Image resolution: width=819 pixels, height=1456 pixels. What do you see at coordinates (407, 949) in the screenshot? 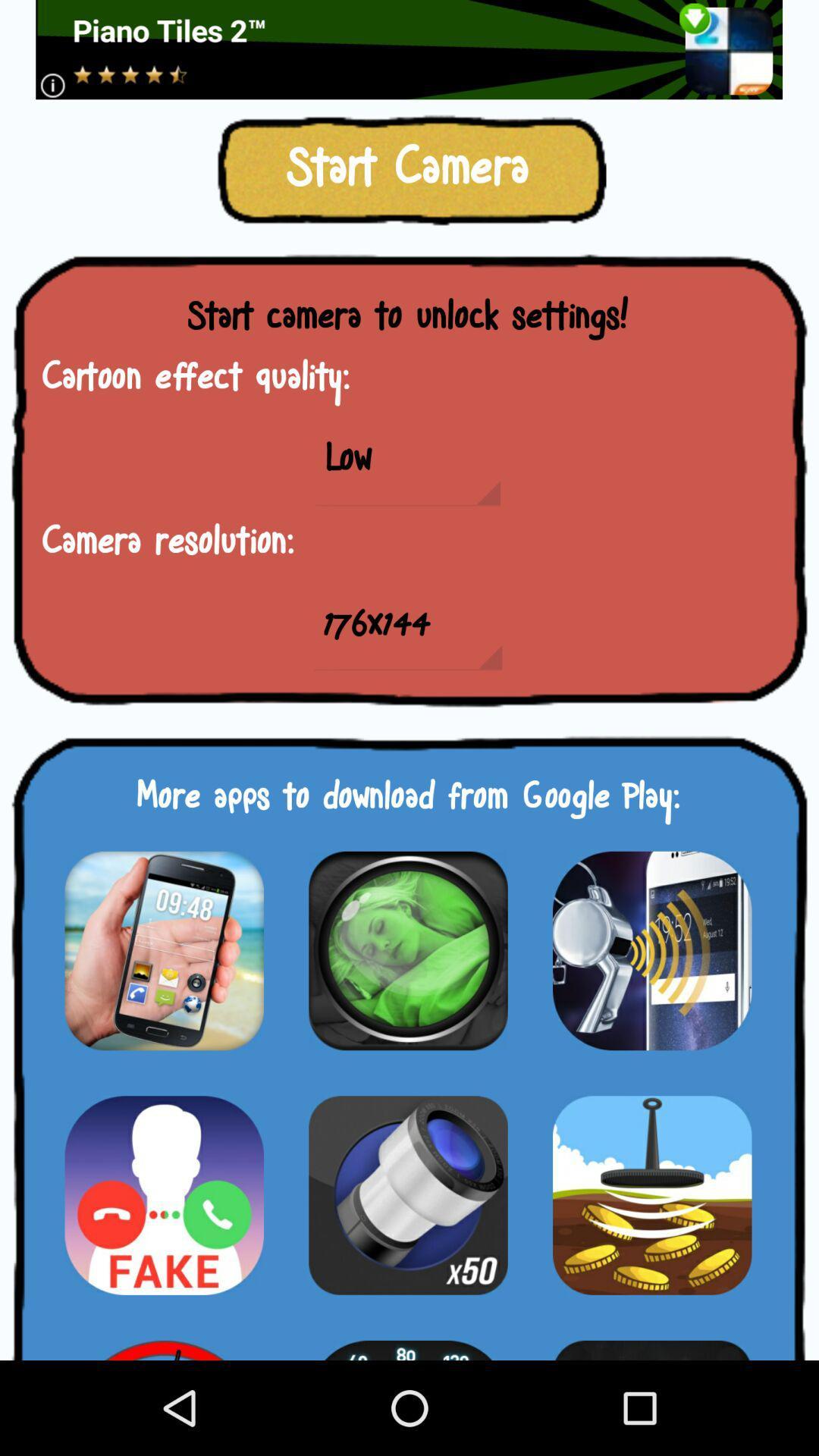
I see `download a new app` at bounding box center [407, 949].